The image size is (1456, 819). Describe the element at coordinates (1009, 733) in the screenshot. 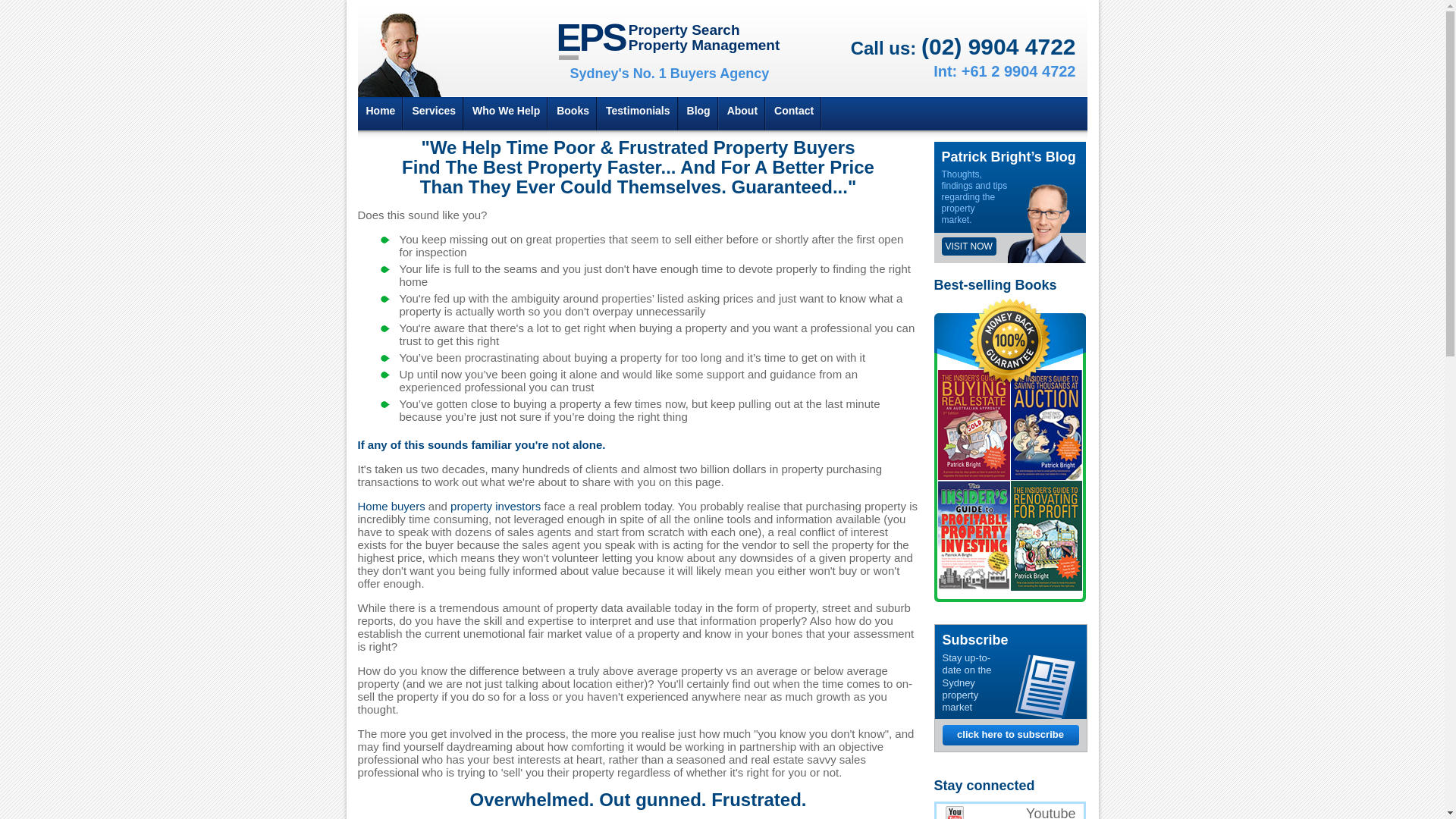

I see `'click here to subscribe'` at that location.